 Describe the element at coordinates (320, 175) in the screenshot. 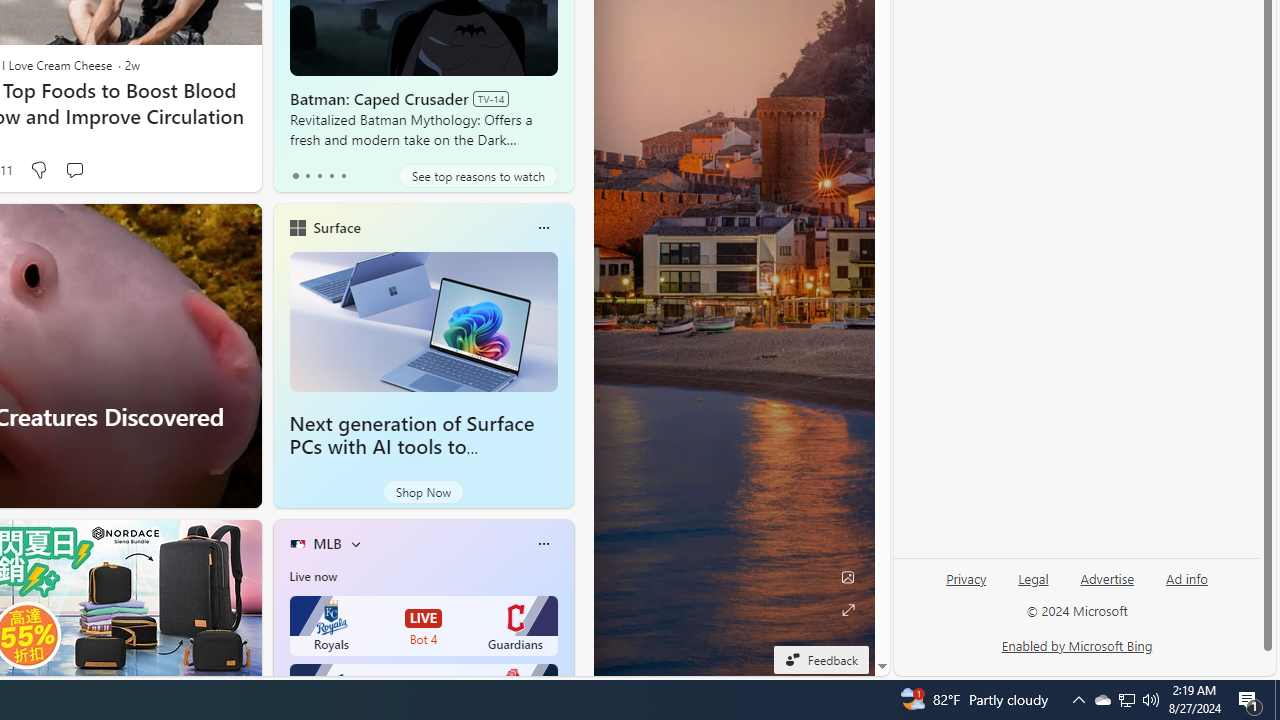

I see `'tab-2'` at that location.